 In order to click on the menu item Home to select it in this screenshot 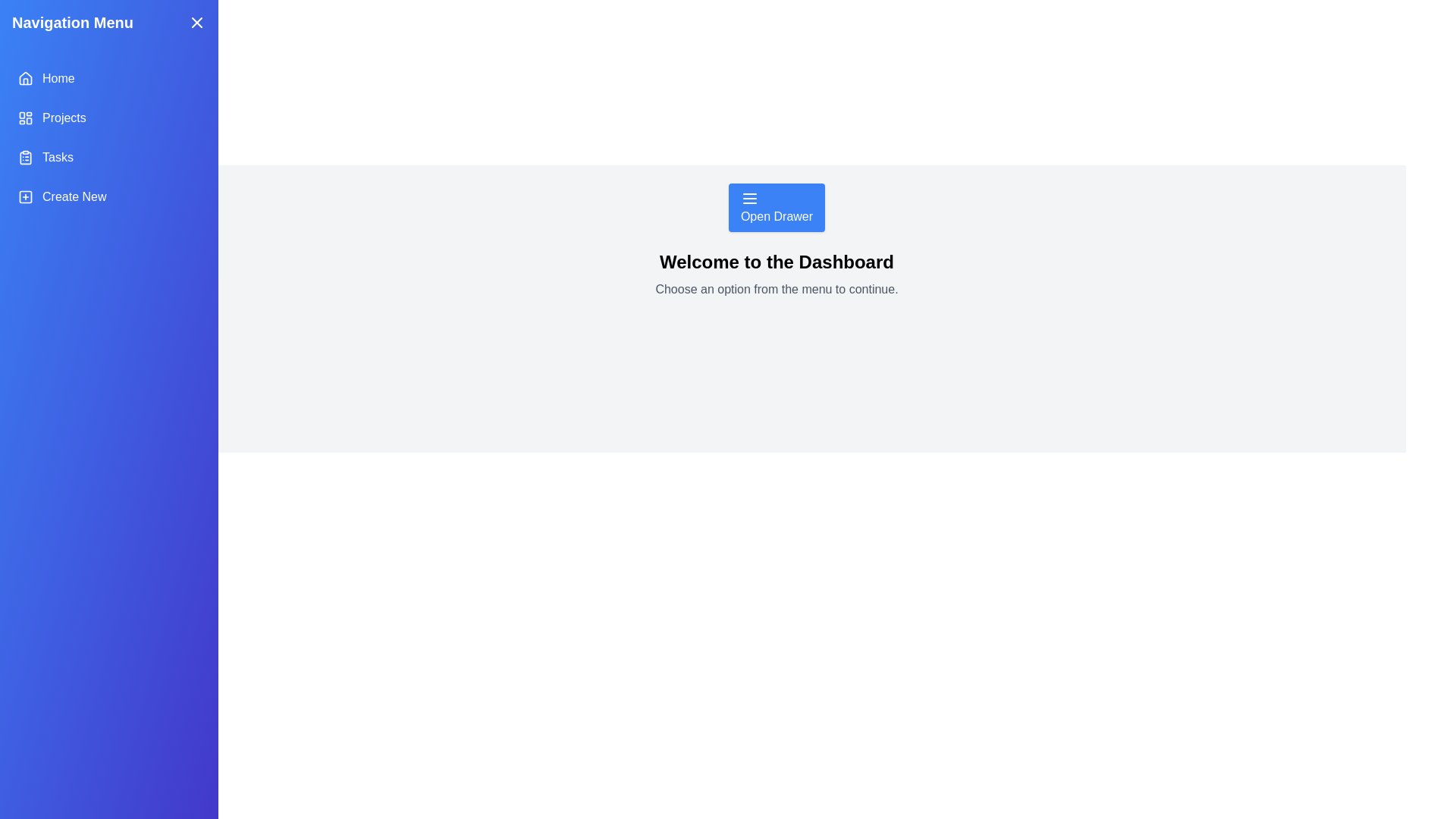, I will do `click(108, 79)`.